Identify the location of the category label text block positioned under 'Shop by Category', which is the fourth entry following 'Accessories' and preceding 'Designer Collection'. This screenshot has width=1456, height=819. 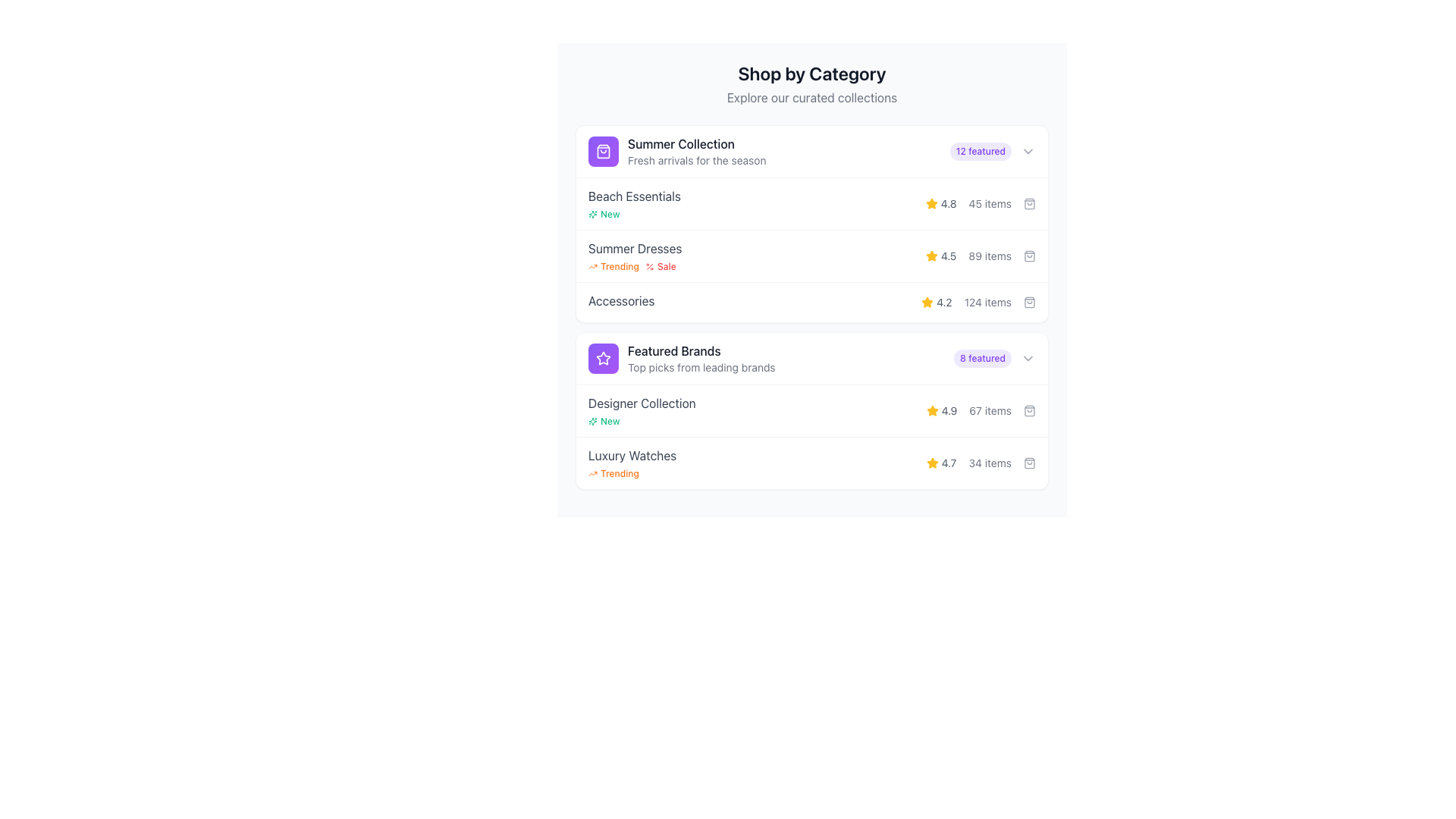
(701, 359).